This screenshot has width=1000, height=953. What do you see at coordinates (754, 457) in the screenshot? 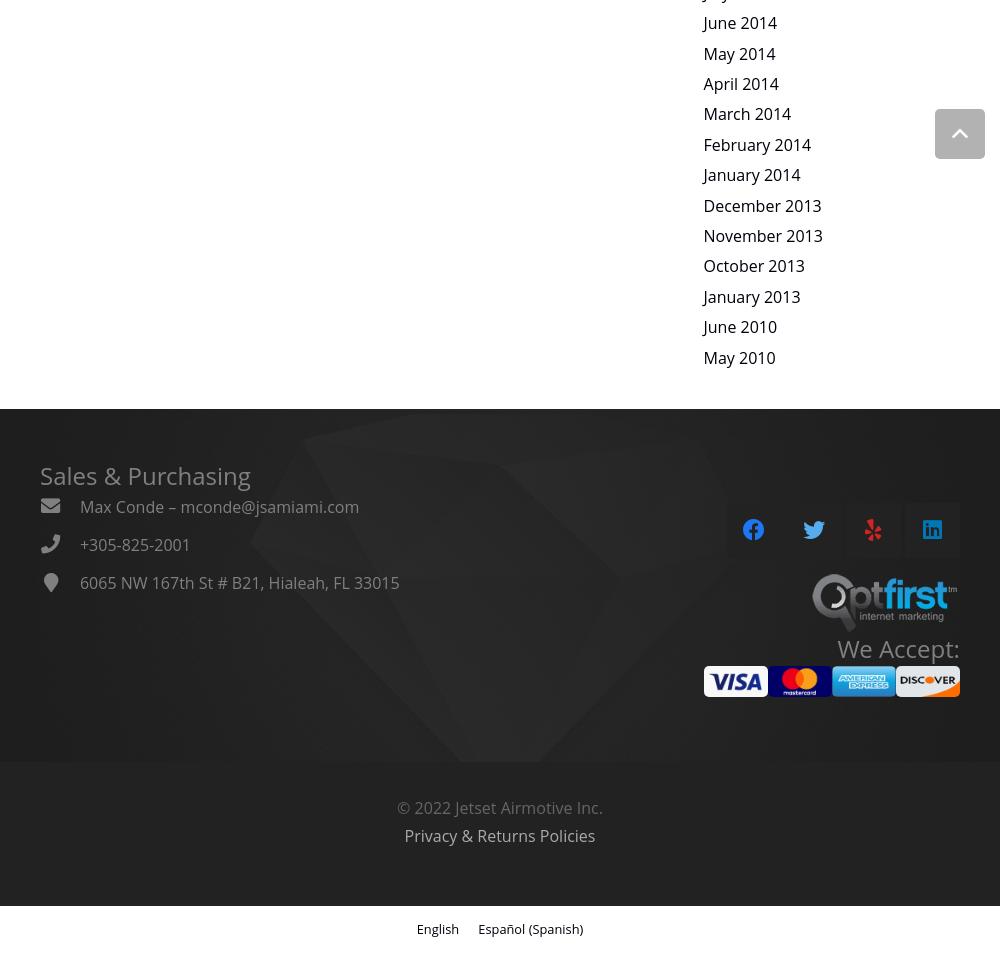
I see `'Facebook'` at bounding box center [754, 457].